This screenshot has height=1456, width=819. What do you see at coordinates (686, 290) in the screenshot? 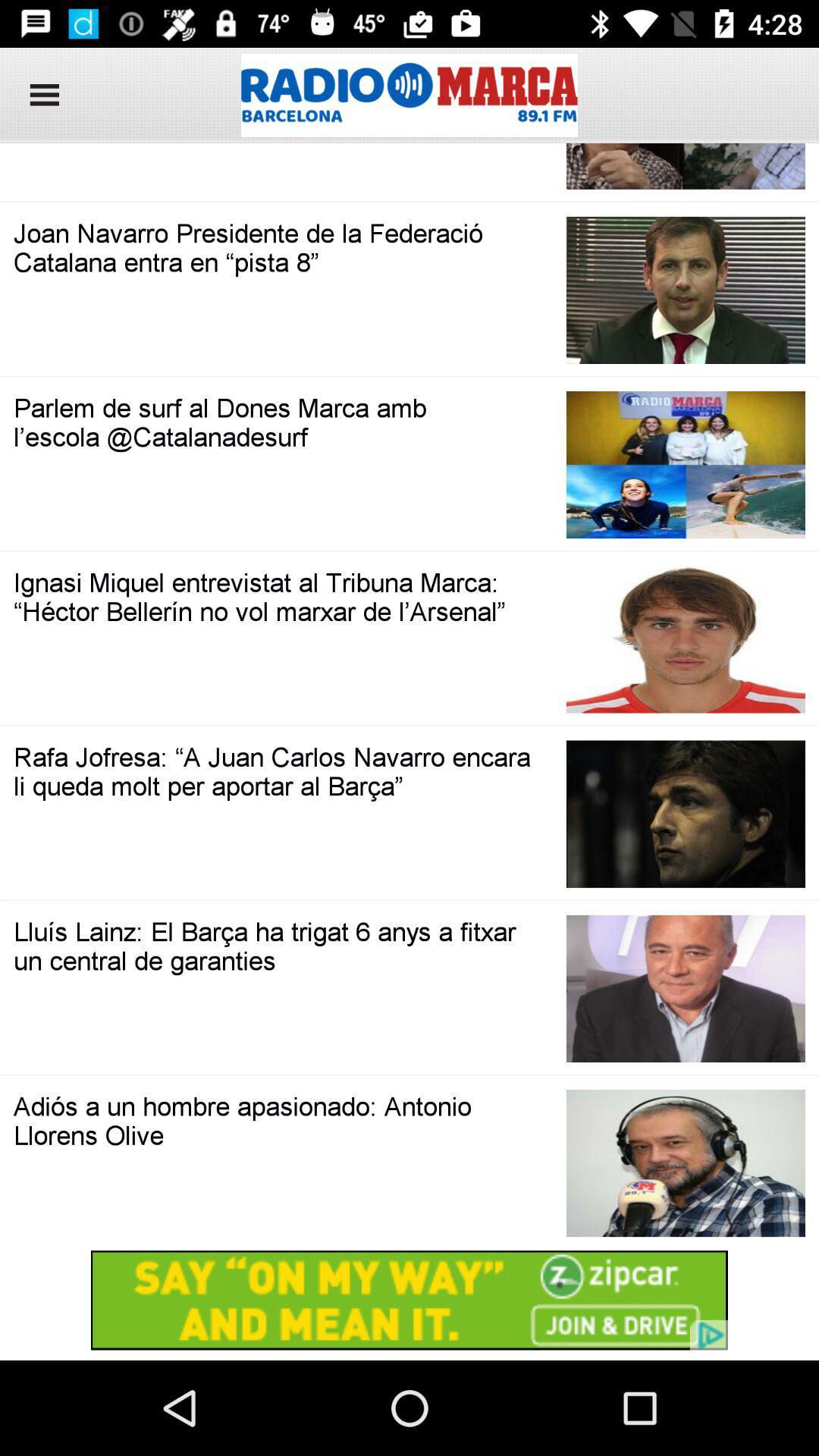
I see `the second image in the row` at bounding box center [686, 290].